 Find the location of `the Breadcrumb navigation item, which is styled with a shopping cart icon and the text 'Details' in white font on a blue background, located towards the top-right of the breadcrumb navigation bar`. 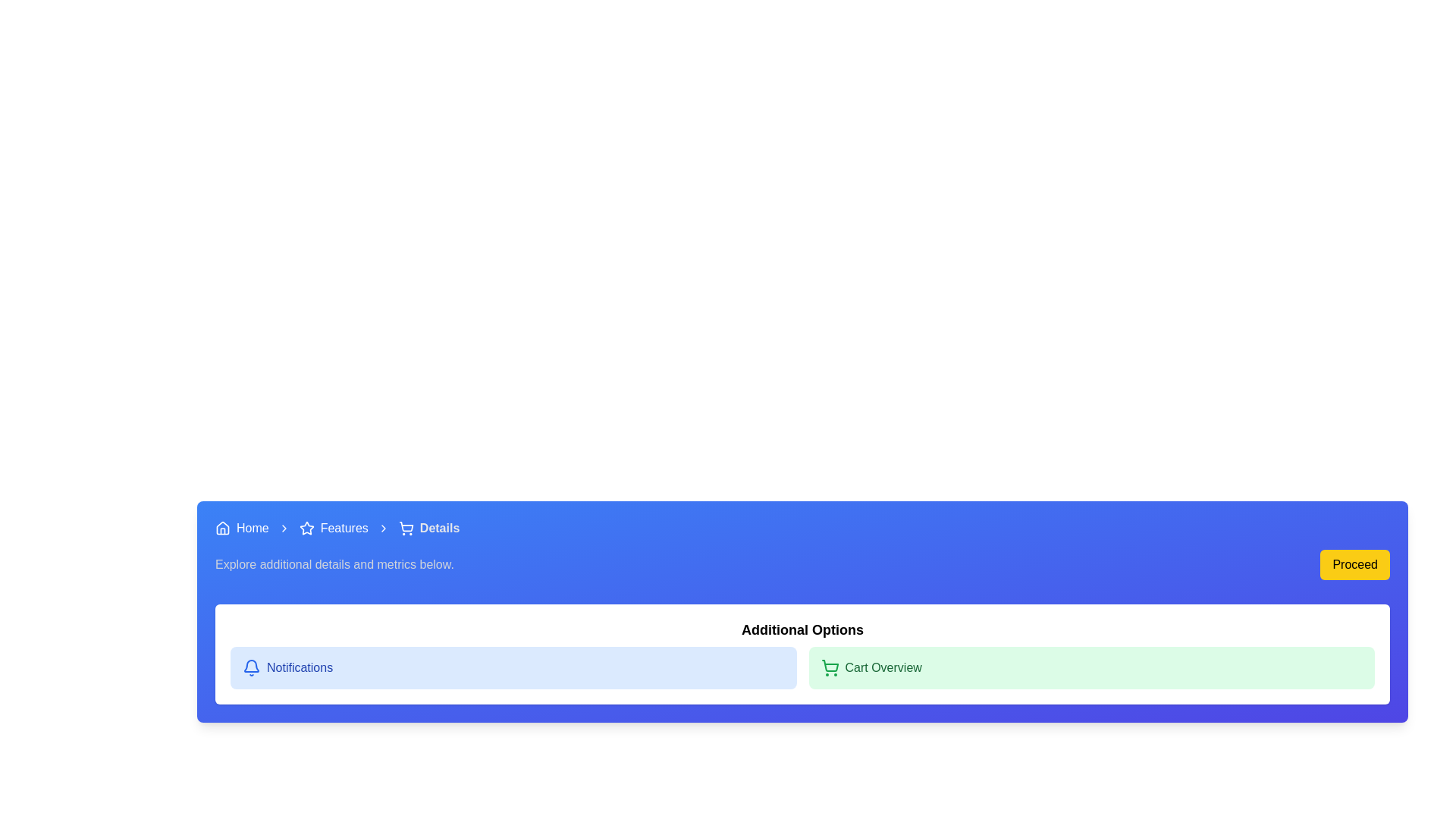

the Breadcrumb navigation item, which is styled with a shopping cart icon and the text 'Details' in white font on a blue background, located towards the top-right of the breadcrumb navigation bar is located at coordinates (428, 528).